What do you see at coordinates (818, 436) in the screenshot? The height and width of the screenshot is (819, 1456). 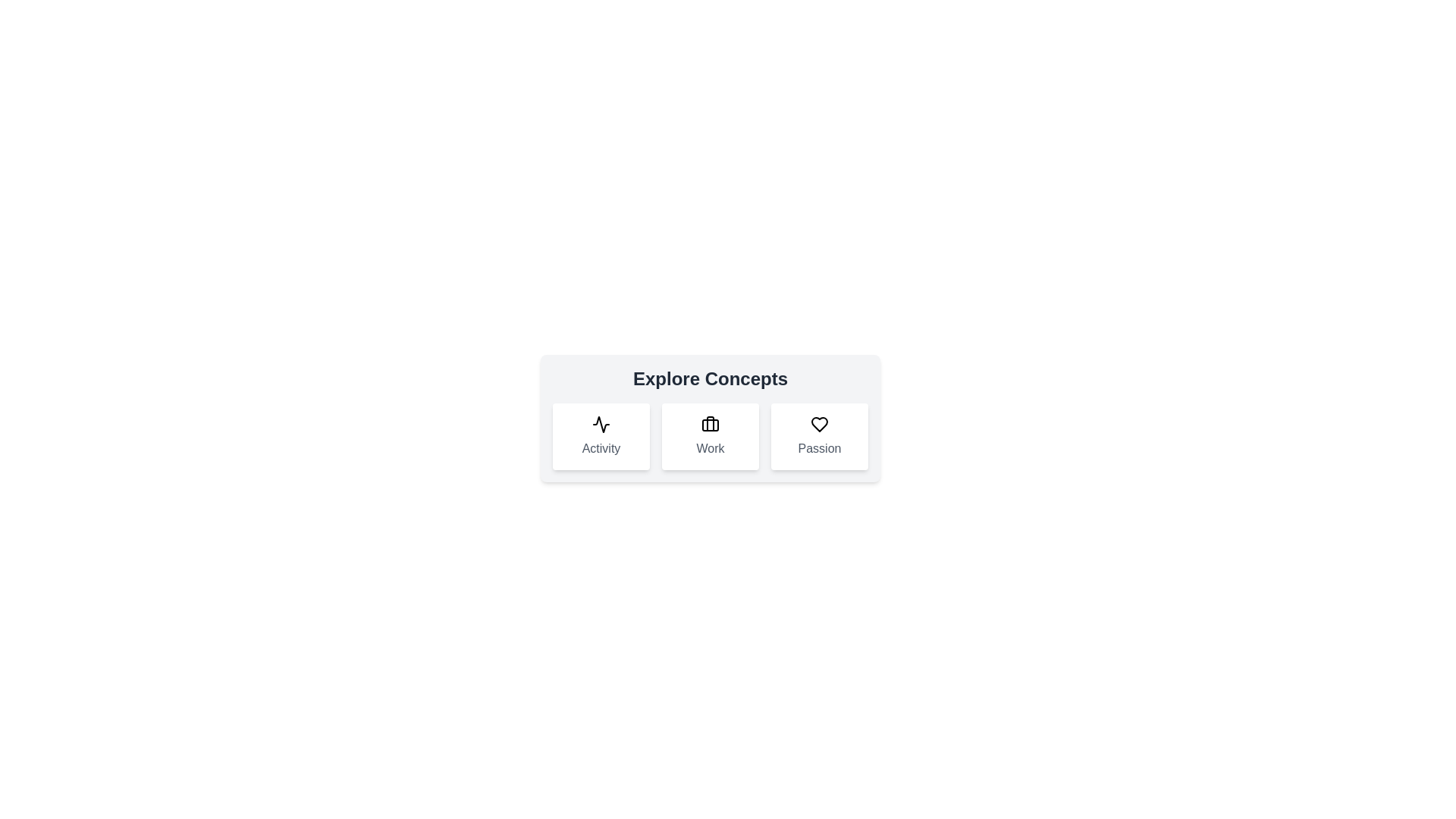 I see `the 'Passion' icon-text grouping element, which is the third card in a horizontal list below the 'Explore Concepts' header` at bounding box center [818, 436].